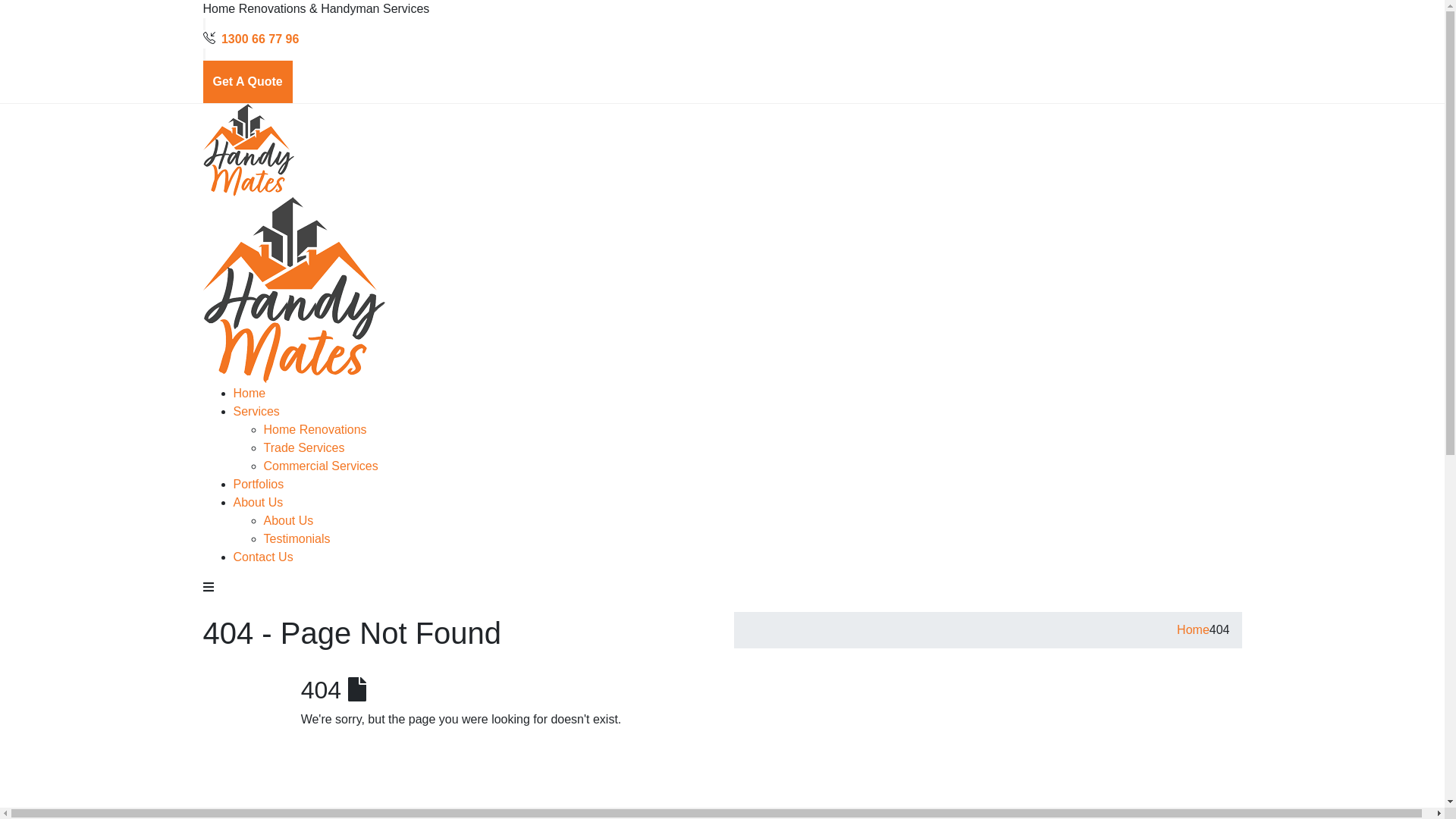 Image resolution: width=1456 pixels, height=819 pixels. Describe the element at coordinates (258, 502) in the screenshot. I see `'About Us'` at that location.